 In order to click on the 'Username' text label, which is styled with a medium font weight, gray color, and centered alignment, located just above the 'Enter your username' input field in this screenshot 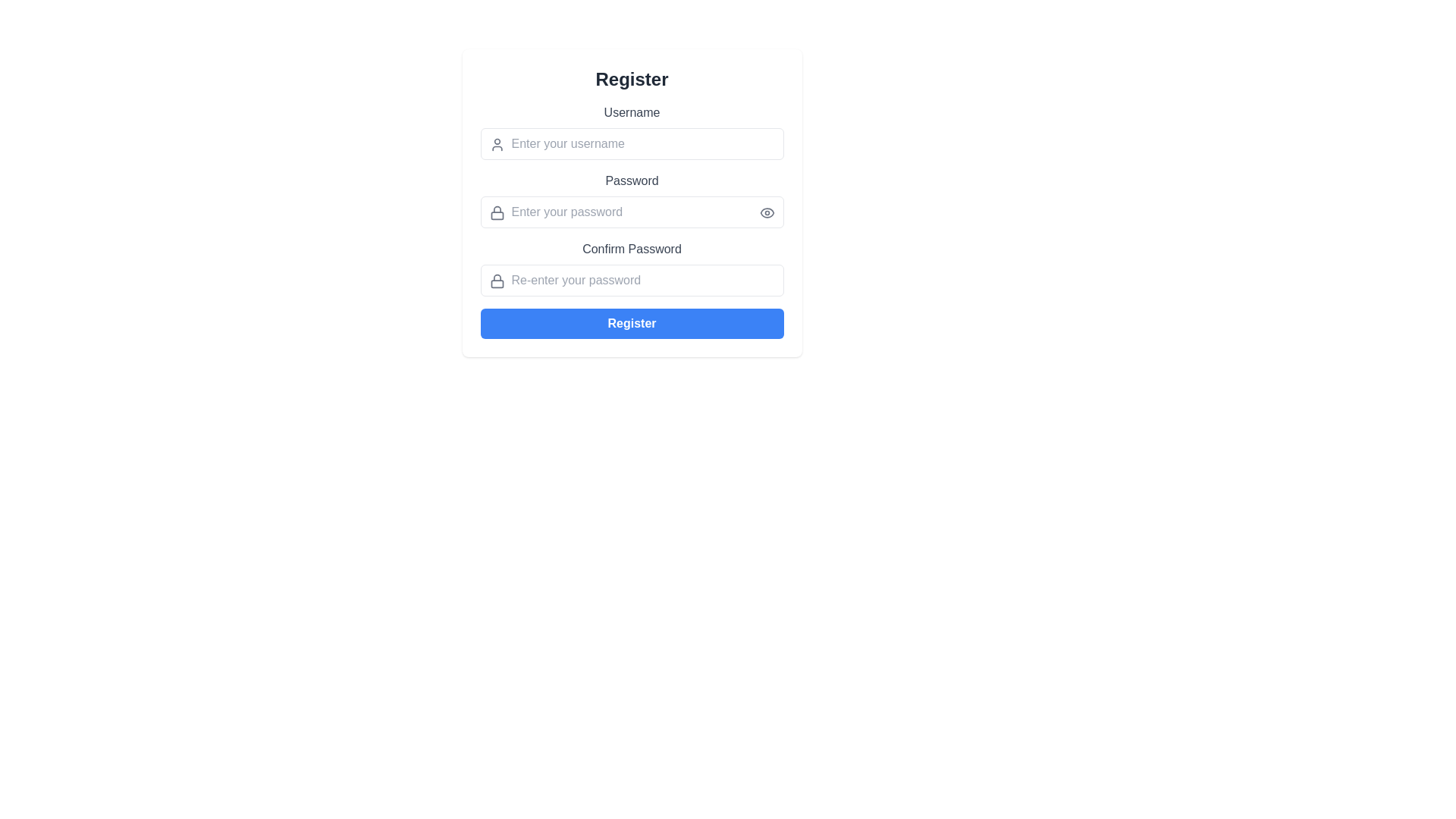, I will do `click(632, 112)`.